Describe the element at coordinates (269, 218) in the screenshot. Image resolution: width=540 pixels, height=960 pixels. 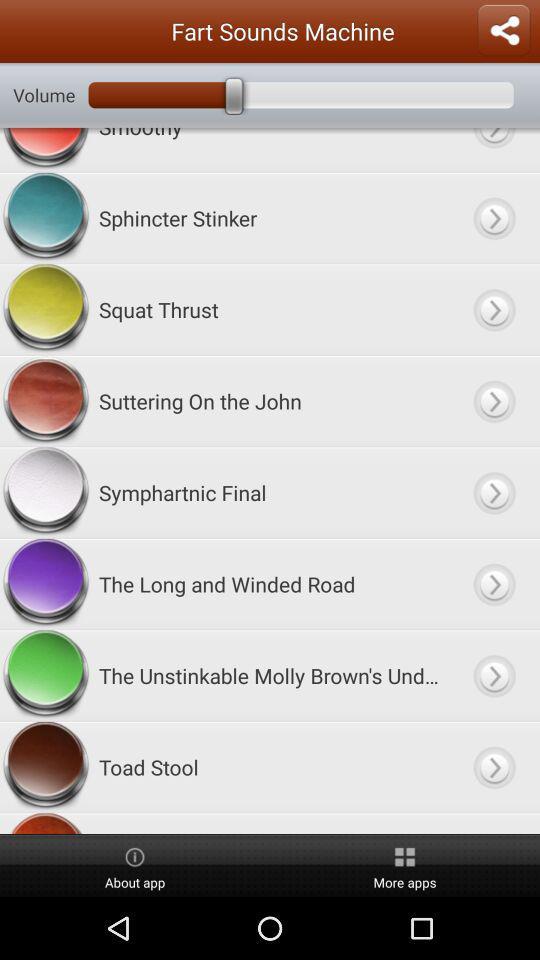
I see `sphincter stinker app` at that location.